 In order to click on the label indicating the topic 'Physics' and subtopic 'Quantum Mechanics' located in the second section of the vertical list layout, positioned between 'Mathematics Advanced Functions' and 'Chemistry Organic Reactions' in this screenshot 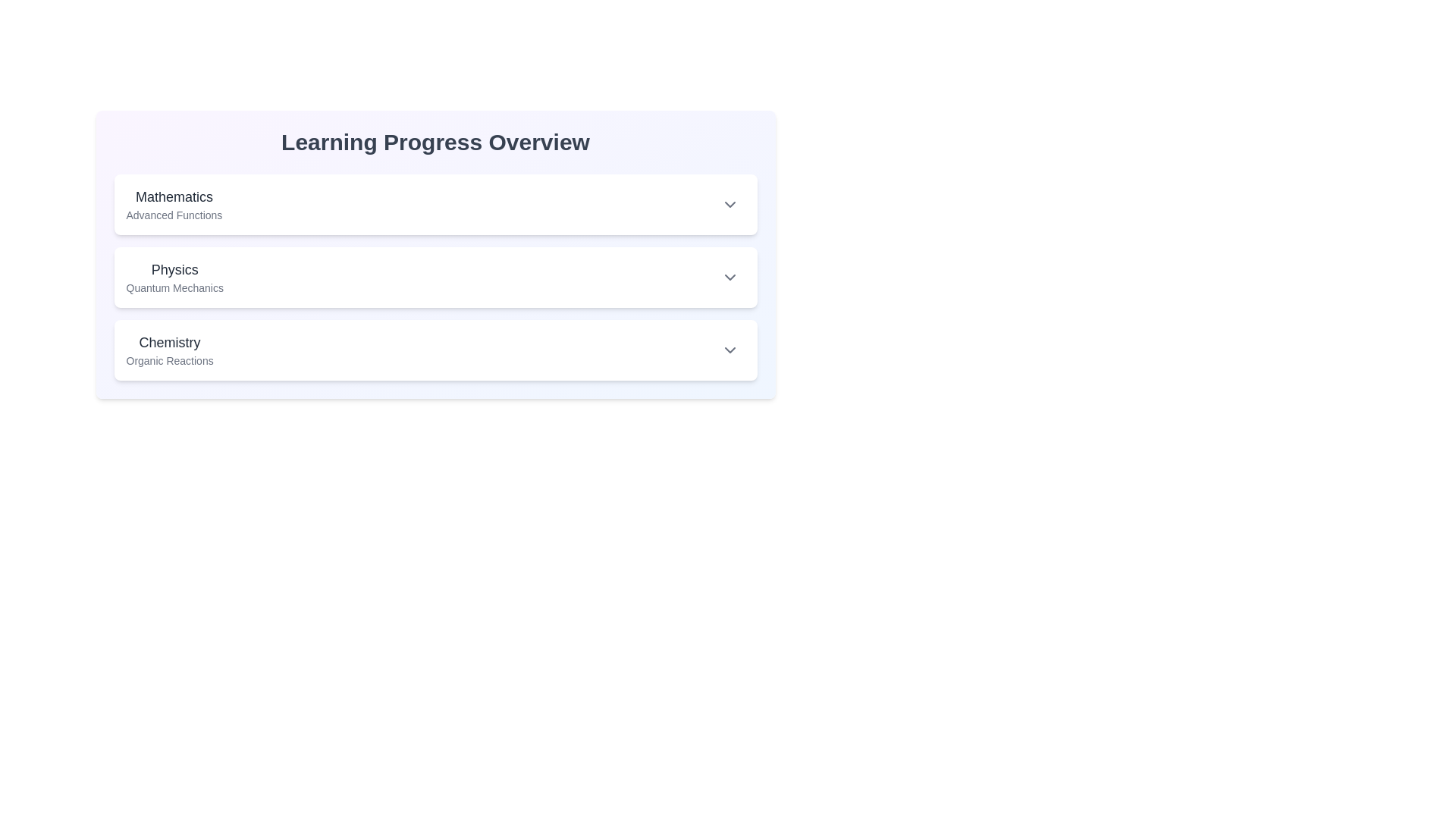, I will do `click(174, 278)`.